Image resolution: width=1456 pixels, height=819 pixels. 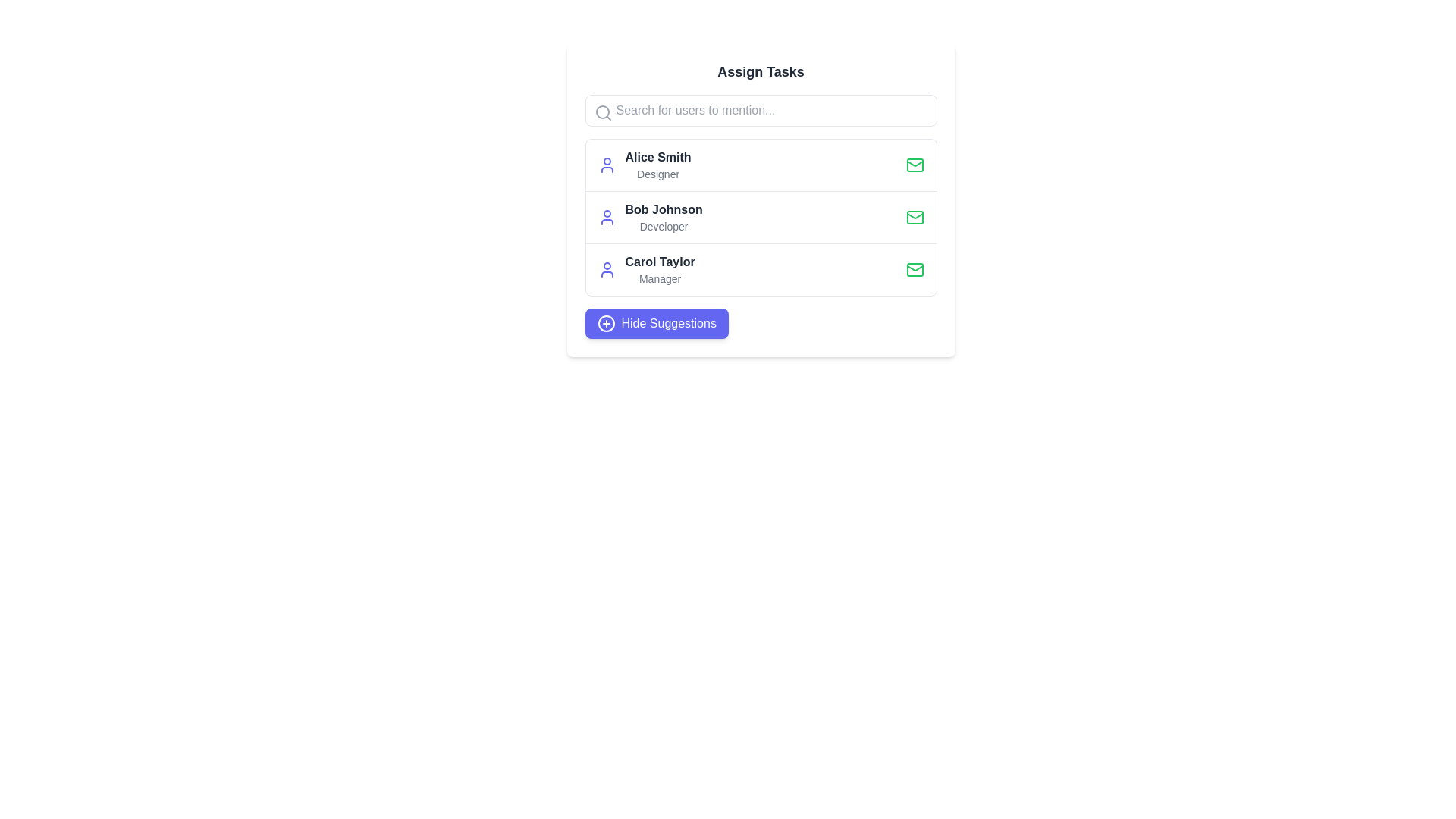 What do you see at coordinates (657, 323) in the screenshot?
I see `the 'Hide Suggestions' button, which has a blue background with white text and a circular plus icon` at bounding box center [657, 323].